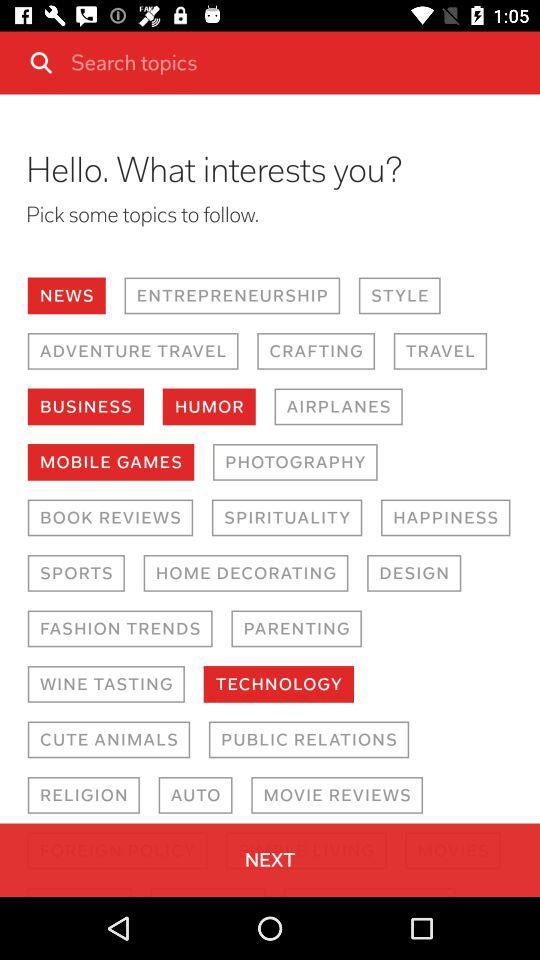 The height and width of the screenshot is (960, 540). I want to click on the icon above religion icon, so click(108, 738).